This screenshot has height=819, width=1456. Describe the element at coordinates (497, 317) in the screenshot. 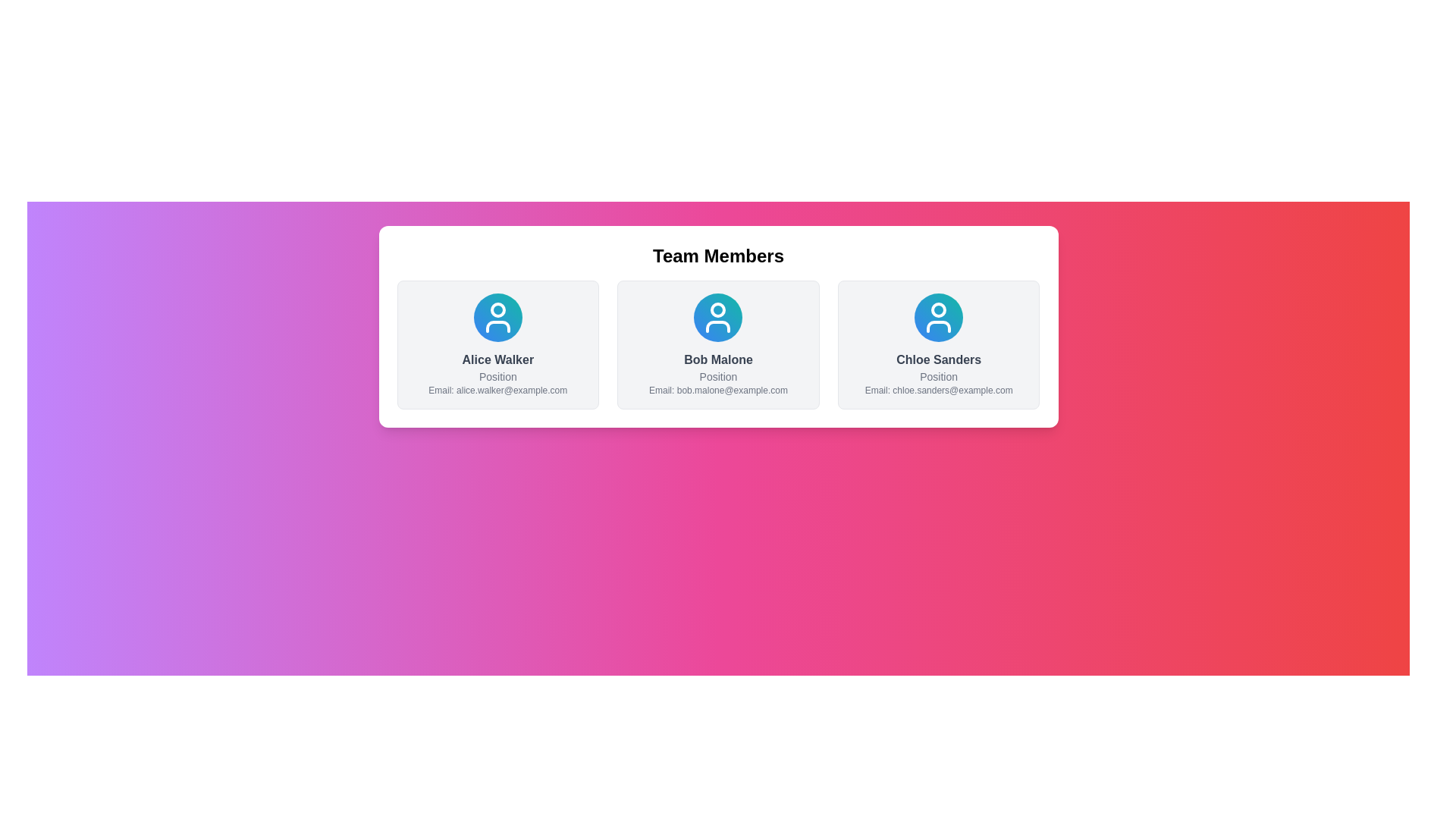

I see `the user icon with a blue-to-teal gradient circular background located at the center-top of the card labeled 'Alice Walker'` at that location.